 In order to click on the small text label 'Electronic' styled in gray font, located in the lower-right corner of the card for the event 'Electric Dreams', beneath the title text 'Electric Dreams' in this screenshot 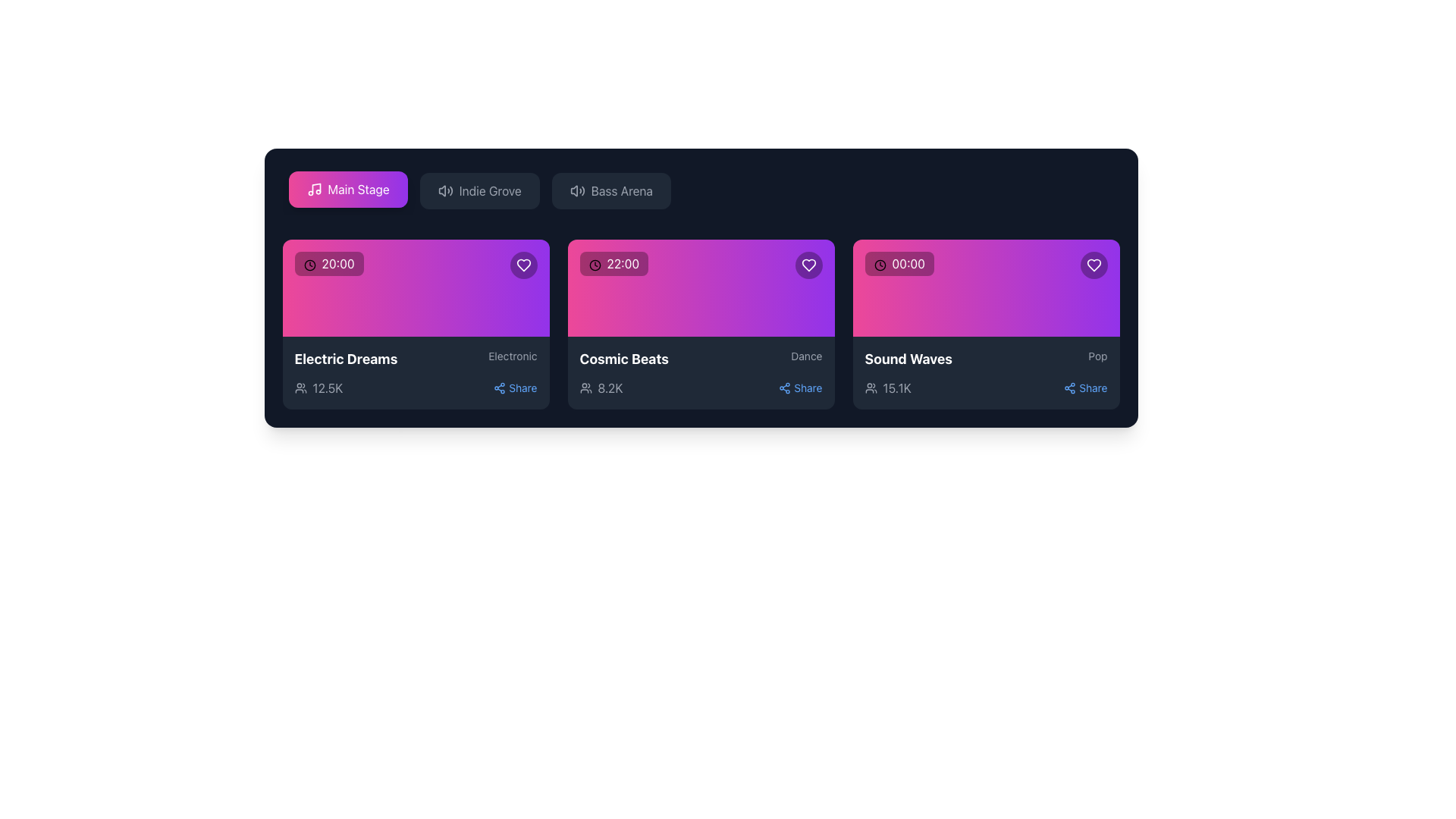, I will do `click(513, 356)`.